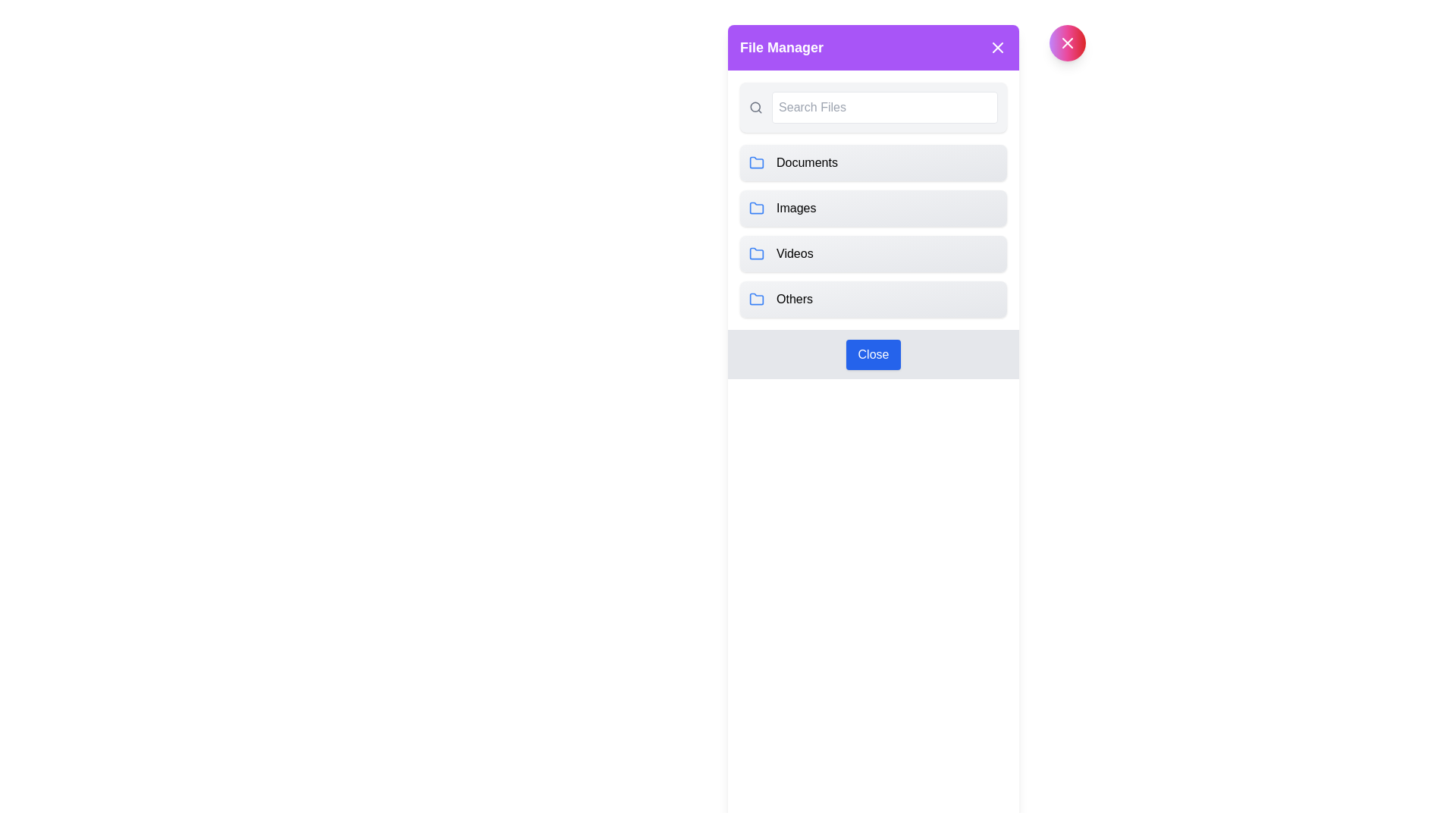  What do you see at coordinates (757, 253) in the screenshot?
I see `the third folder icon with a blue outline, located next to the 'Videos' label in a vertical list of icons` at bounding box center [757, 253].